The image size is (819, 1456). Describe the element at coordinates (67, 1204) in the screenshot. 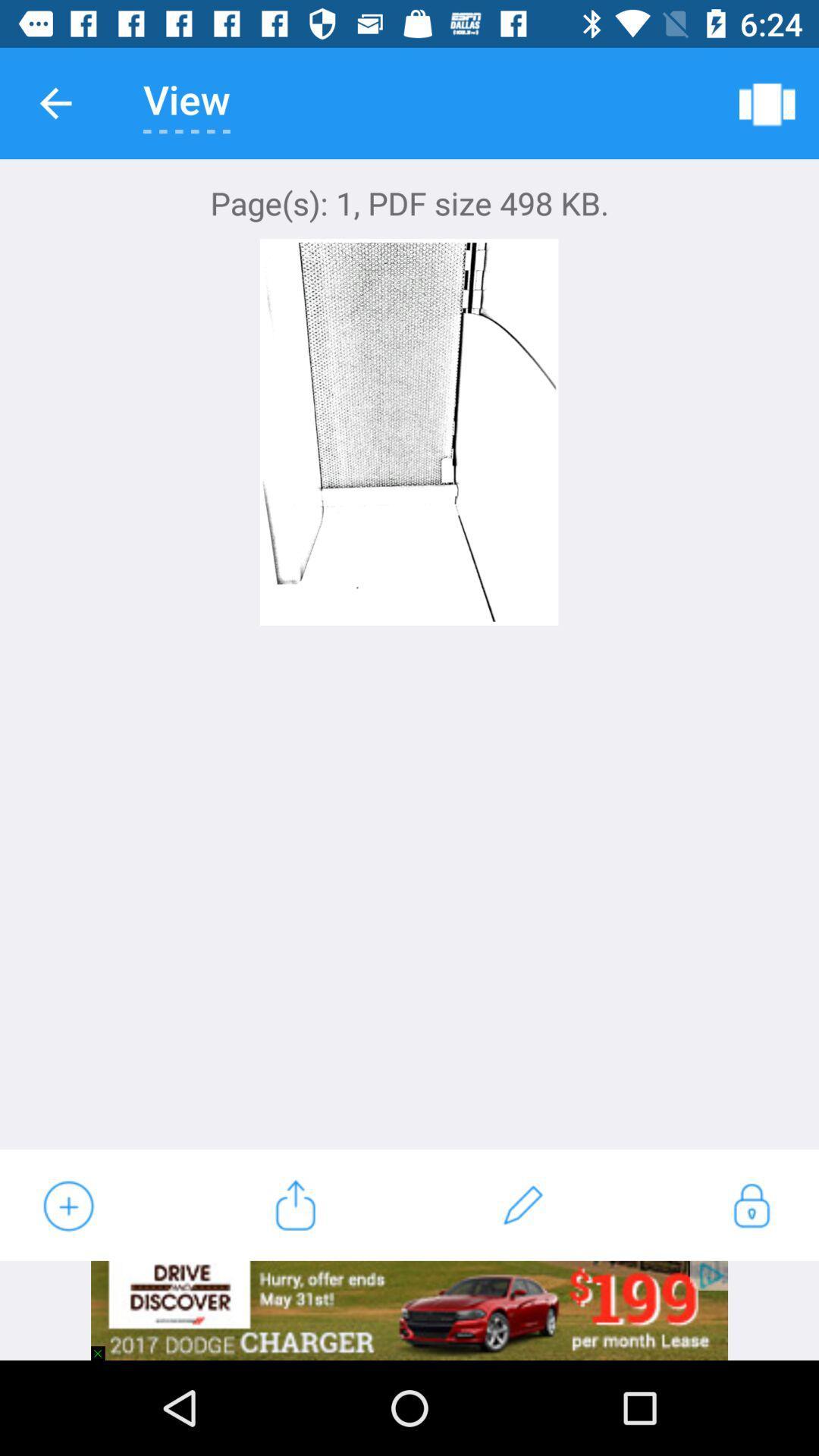

I see `the add icon` at that location.